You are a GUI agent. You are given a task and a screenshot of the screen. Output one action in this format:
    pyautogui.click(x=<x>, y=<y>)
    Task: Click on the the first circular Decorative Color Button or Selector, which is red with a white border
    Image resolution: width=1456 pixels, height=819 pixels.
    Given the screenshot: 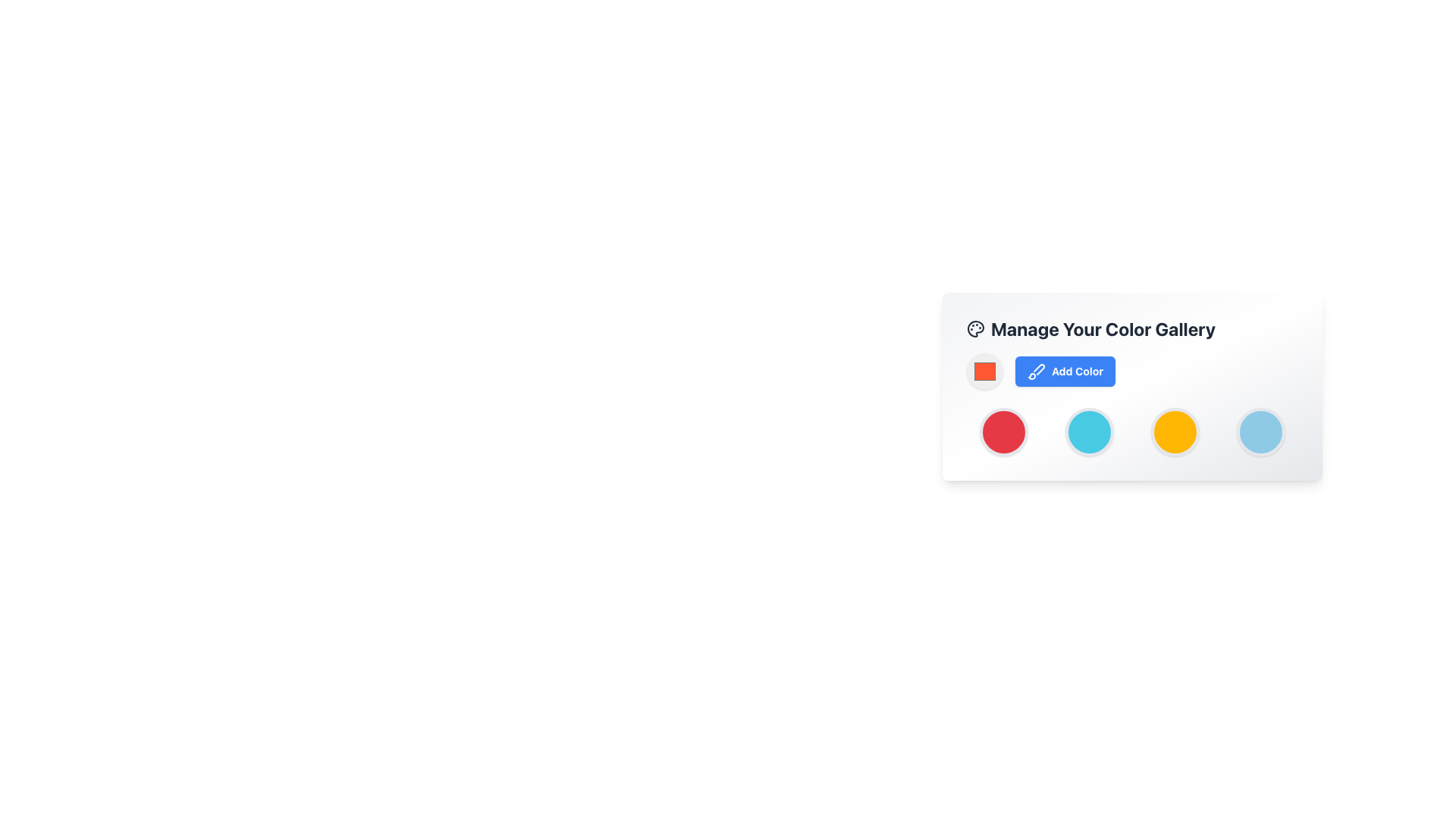 What is the action you would take?
    pyautogui.click(x=1003, y=432)
    